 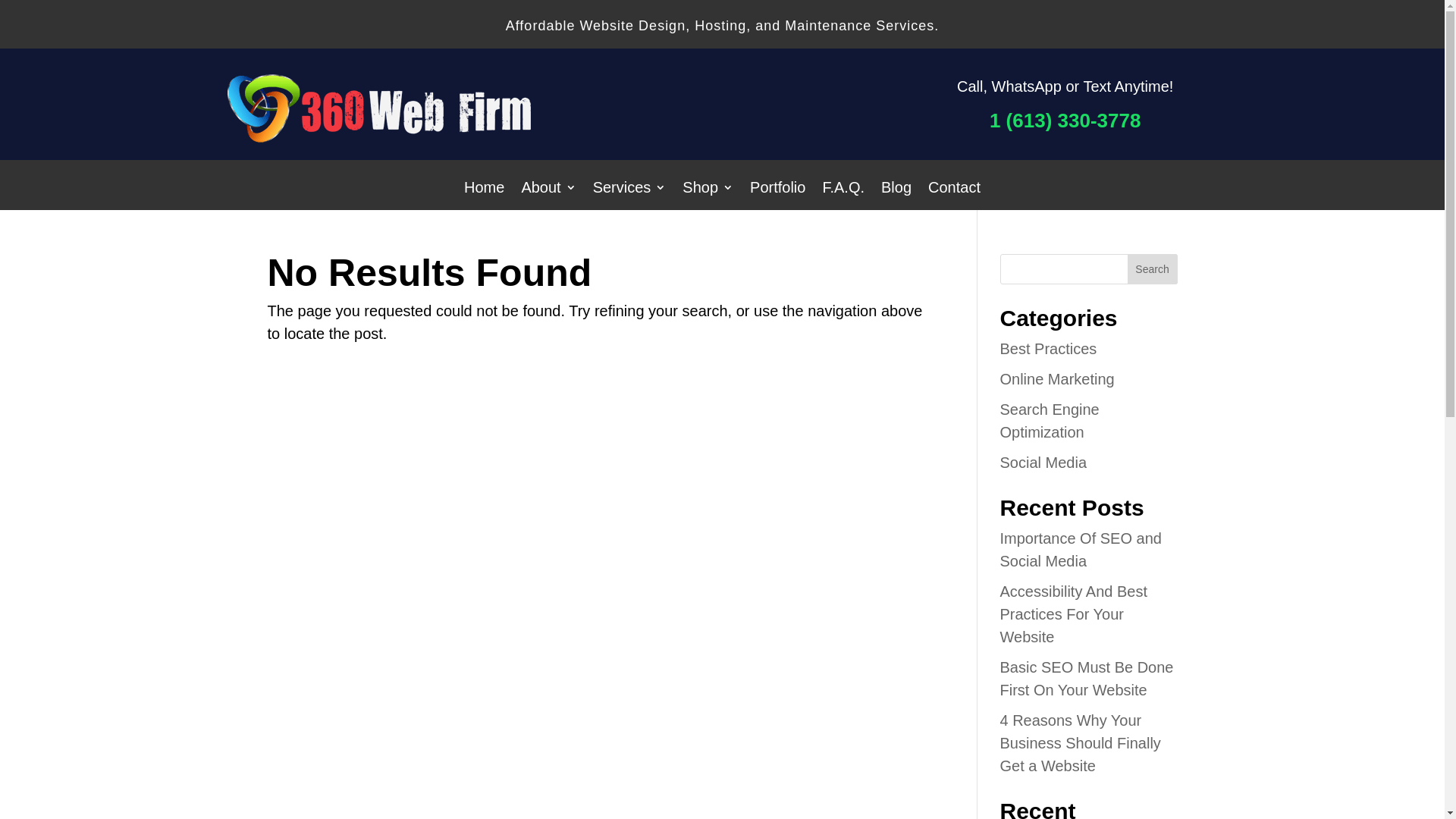 I want to click on 'Best Practices', so click(x=1047, y=348).